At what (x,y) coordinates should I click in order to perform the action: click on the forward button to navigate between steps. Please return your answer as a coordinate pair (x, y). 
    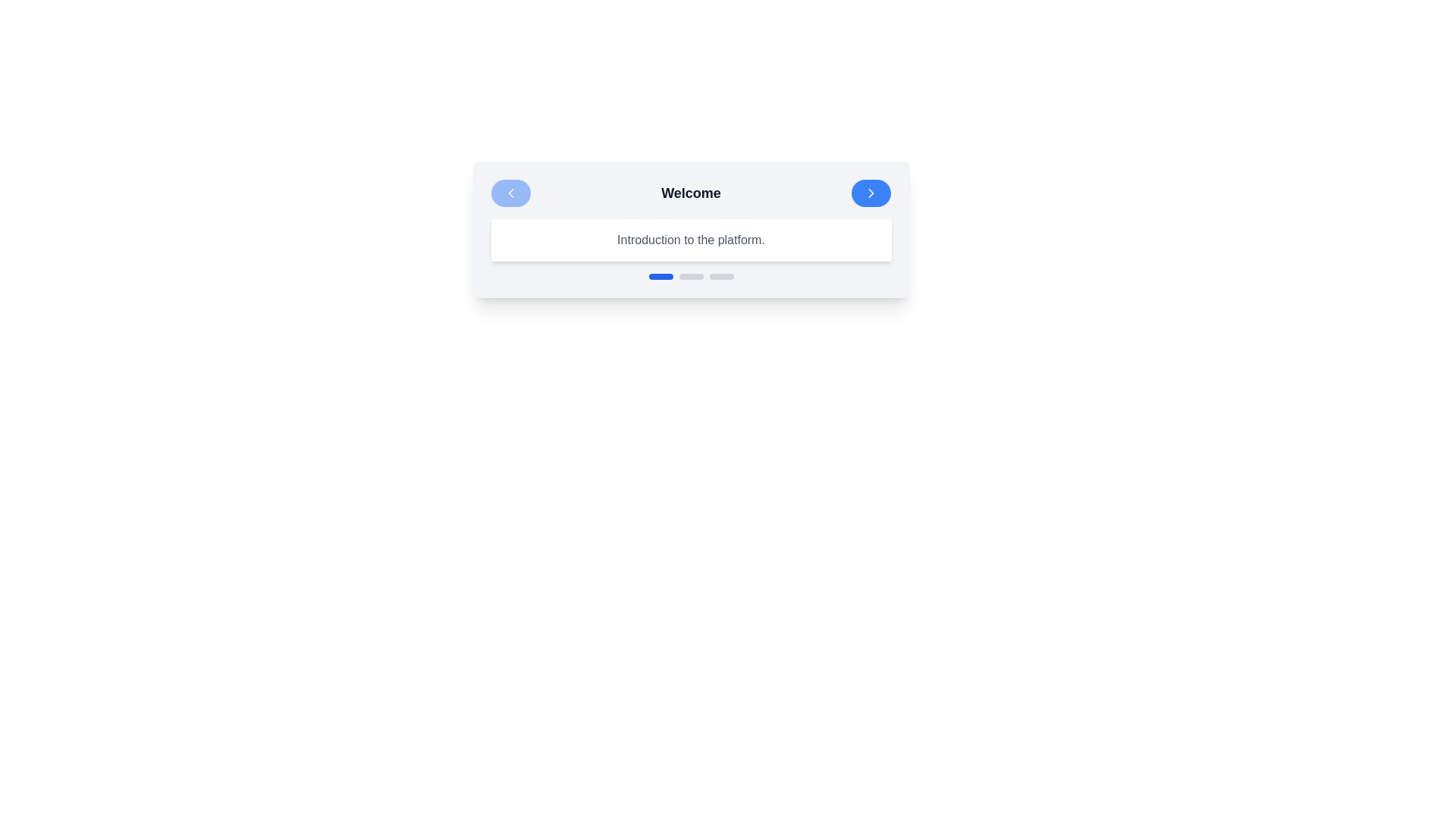
    Looking at the image, I should click on (871, 192).